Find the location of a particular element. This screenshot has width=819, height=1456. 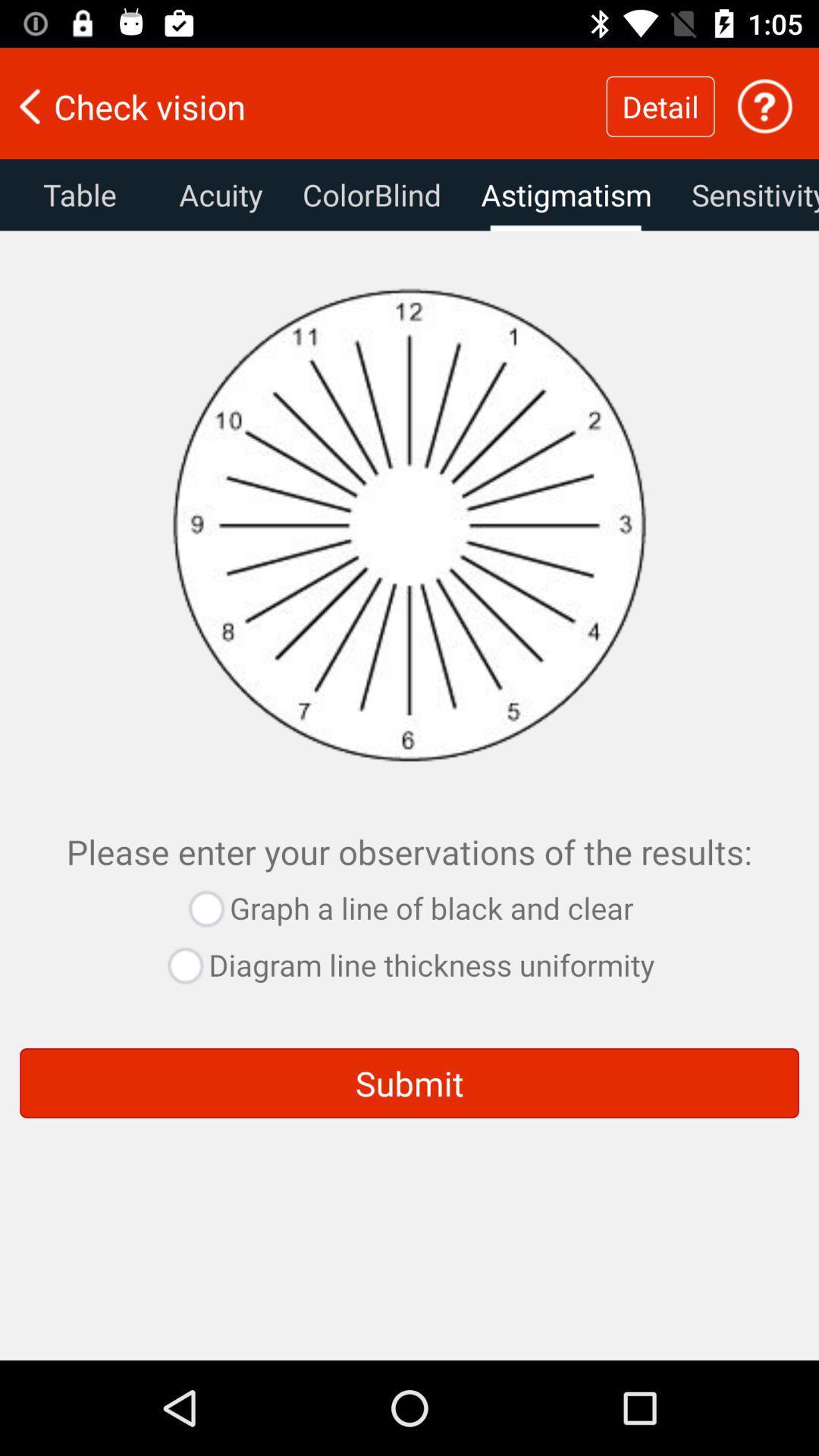

the diagram line thickness uniformity button is located at coordinates (408, 964).